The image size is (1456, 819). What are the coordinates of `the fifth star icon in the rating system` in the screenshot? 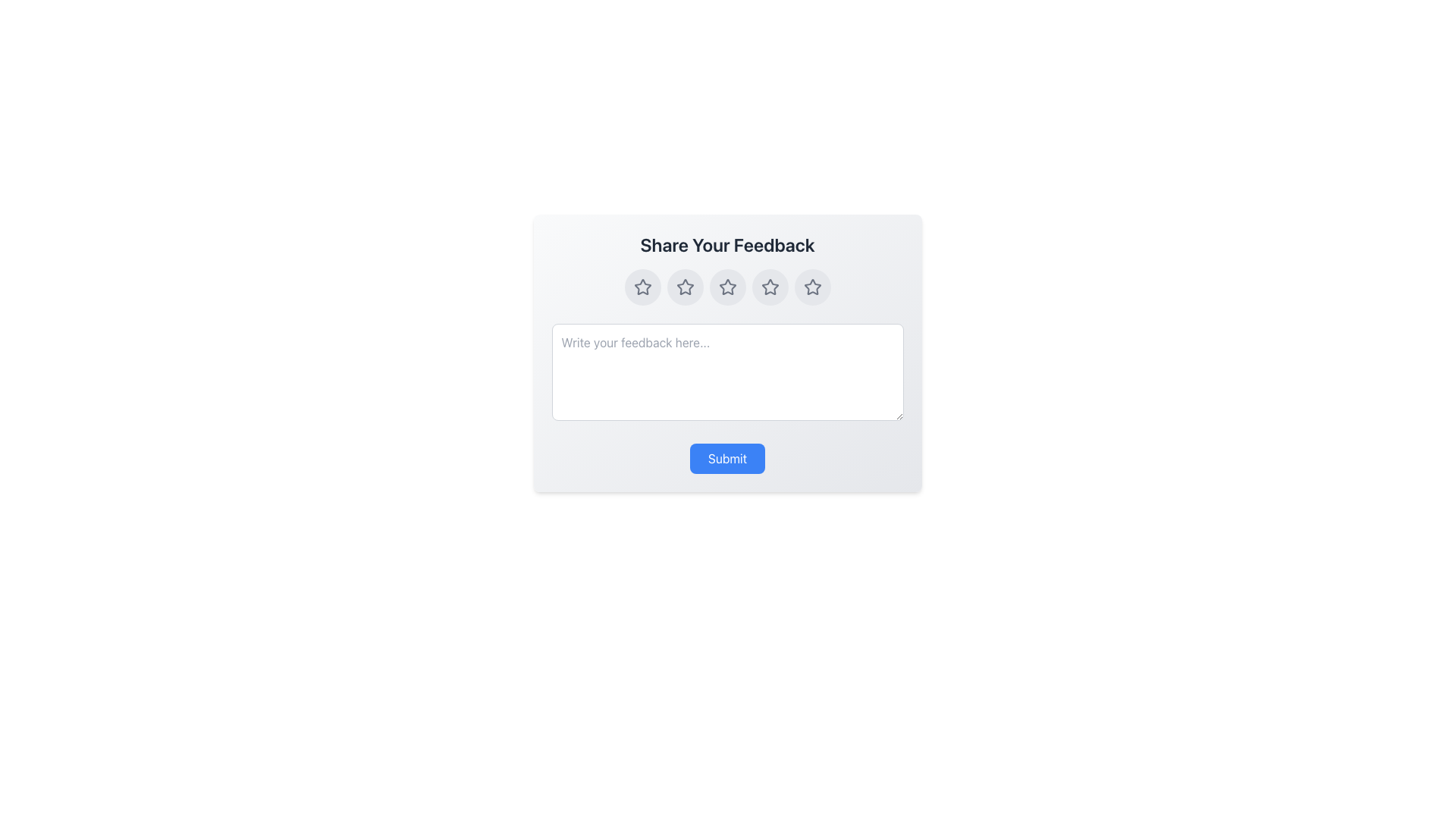 It's located at (811, 287).